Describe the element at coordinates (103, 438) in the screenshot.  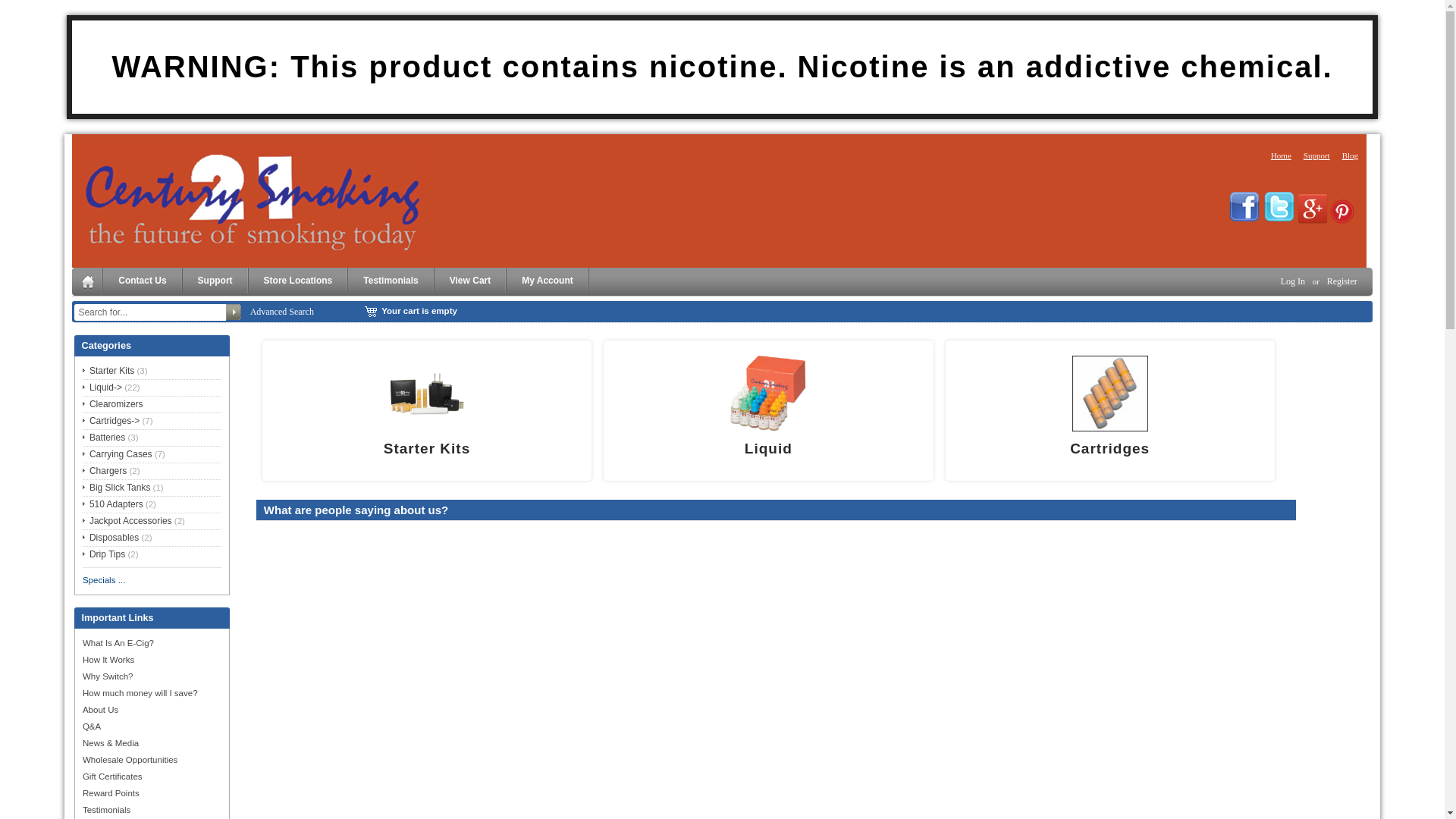
I see `'Batteries'` at that location.